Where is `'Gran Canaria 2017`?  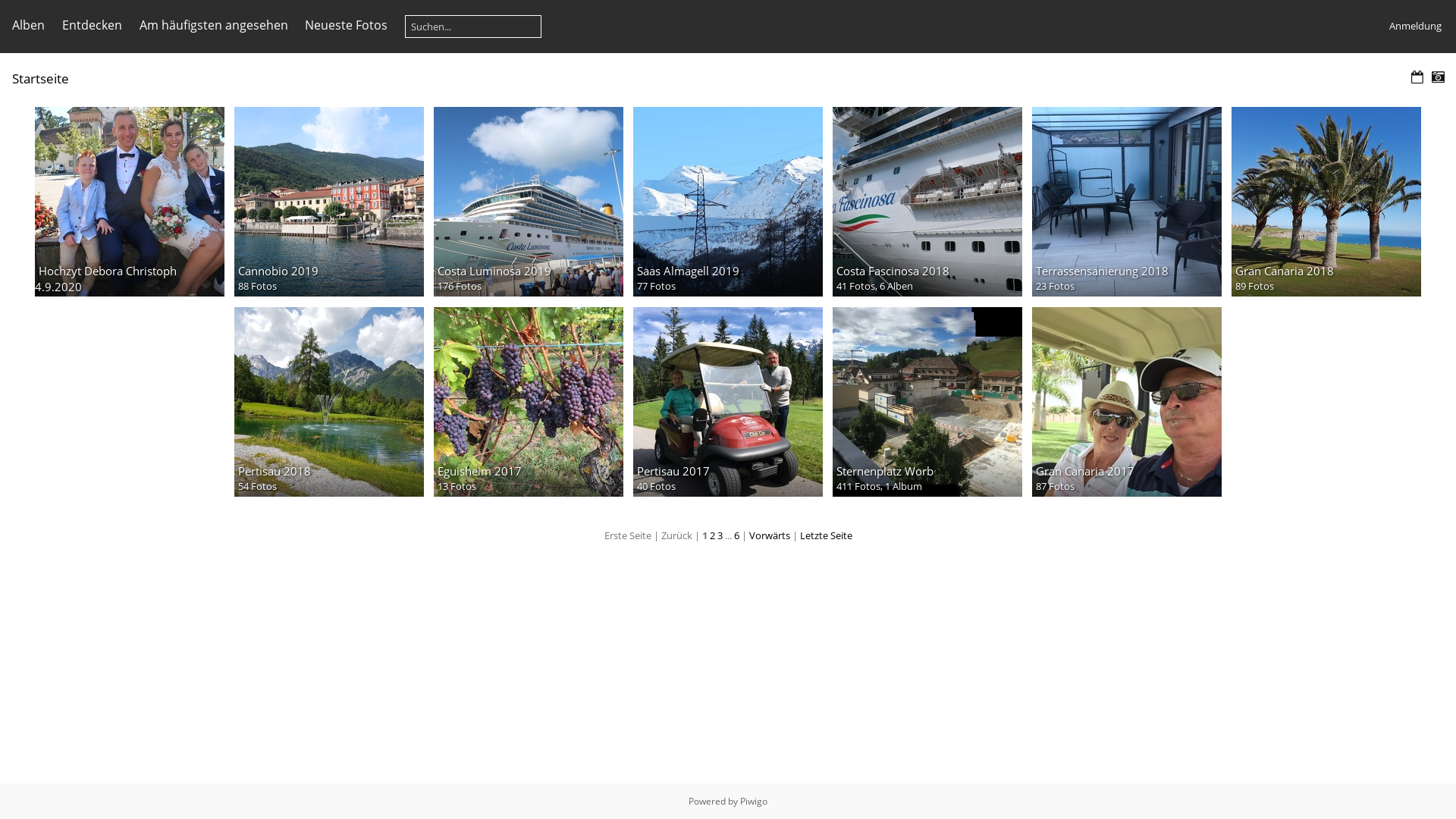 'Gran Canaria 2017 is located at coordinates (1127, 400).